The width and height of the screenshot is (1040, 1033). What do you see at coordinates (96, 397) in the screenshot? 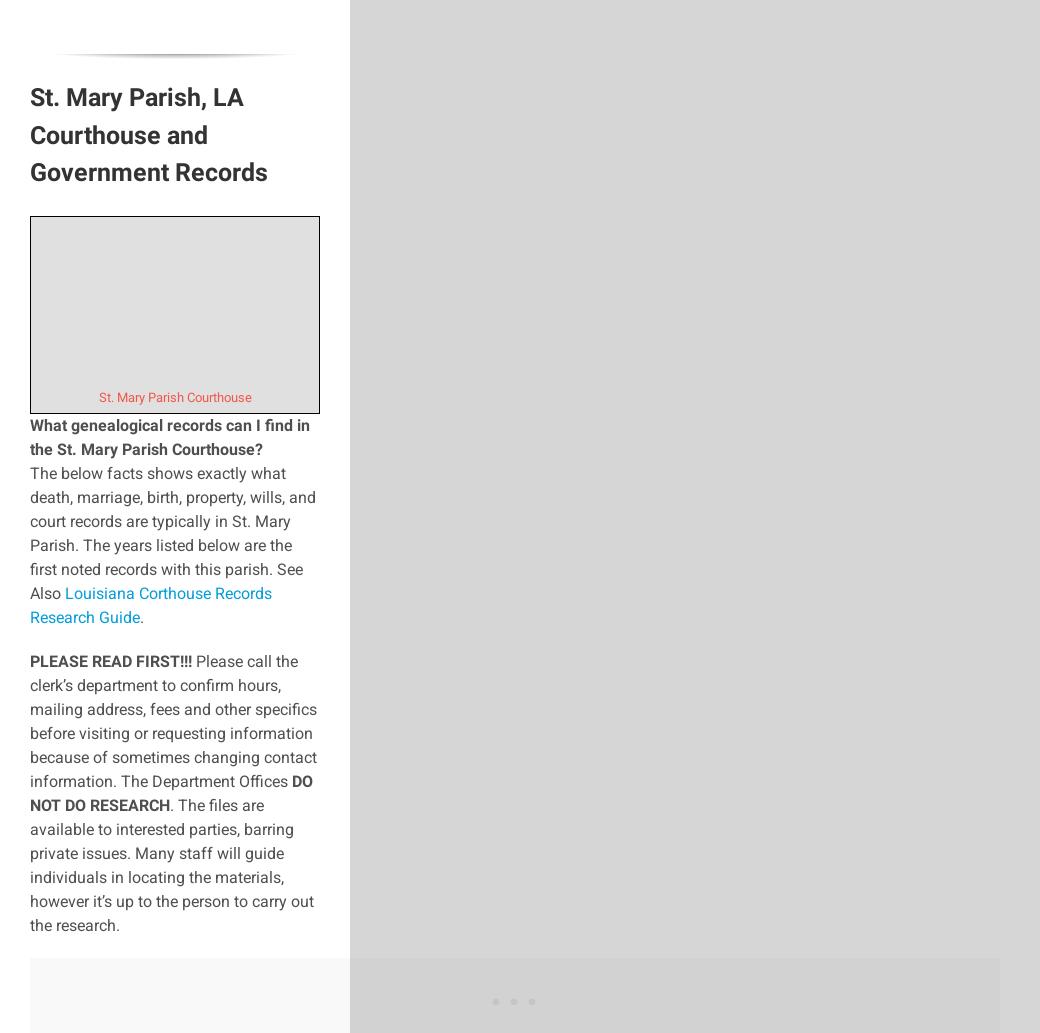
I see `'St. Mary Parish Courthouse'` at bounding box center [96, 397].